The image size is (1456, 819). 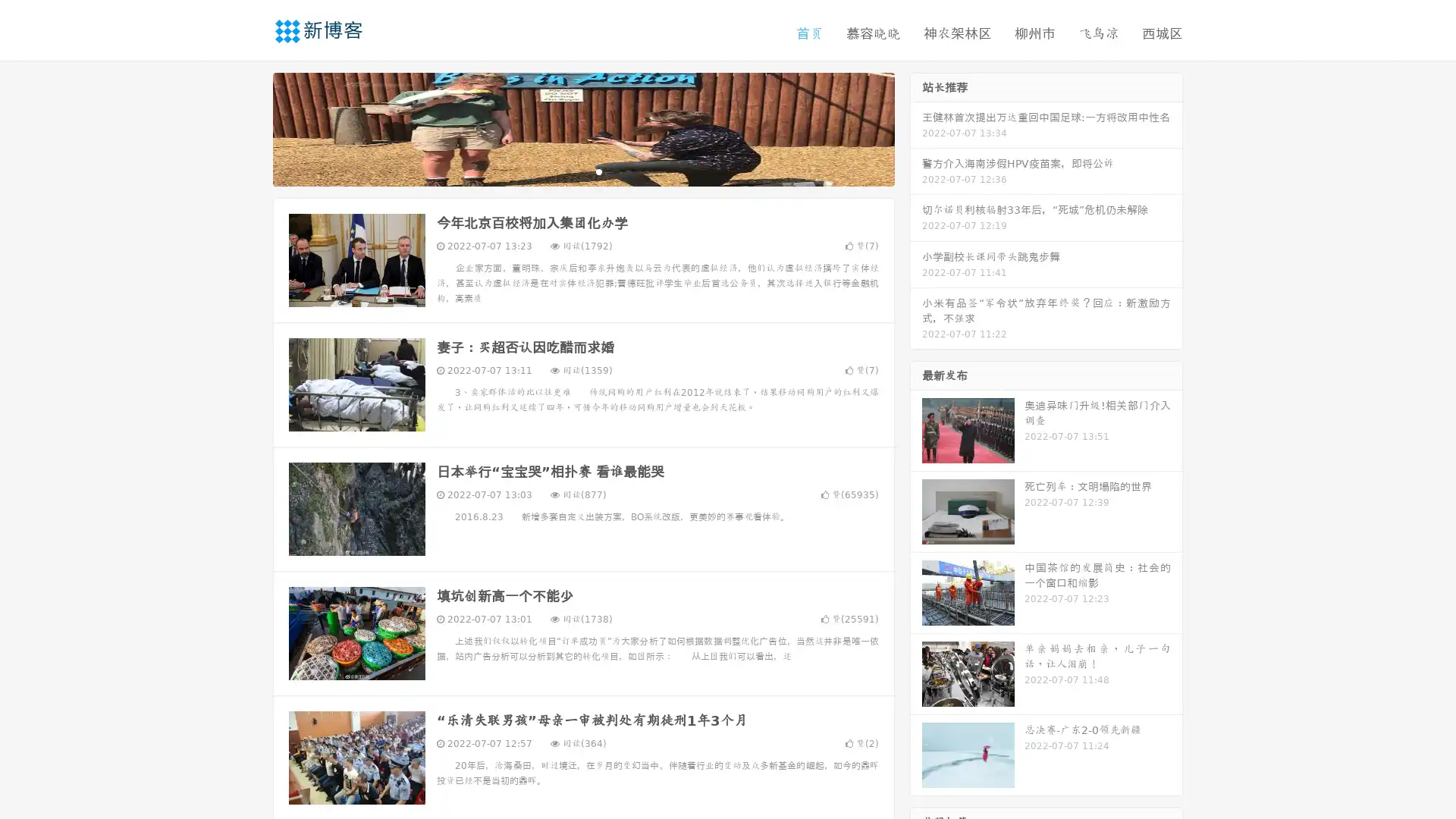 I want to click on Previous slide, so click(x=250, y=127).